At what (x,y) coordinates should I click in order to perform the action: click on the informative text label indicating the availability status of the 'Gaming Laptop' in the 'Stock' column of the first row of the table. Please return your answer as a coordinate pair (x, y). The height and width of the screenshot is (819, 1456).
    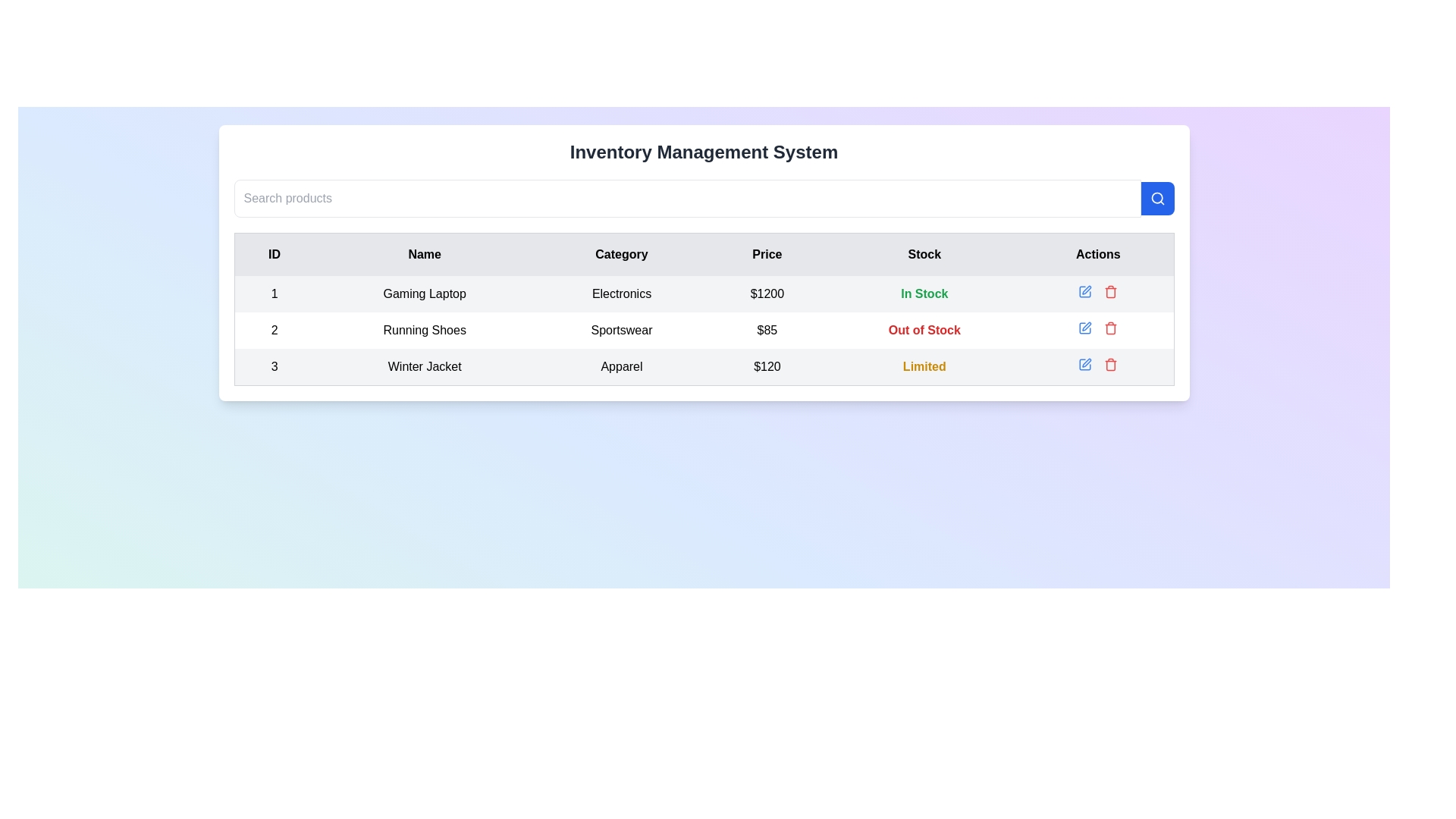
    Looking at the image, I should click on (924, 294).